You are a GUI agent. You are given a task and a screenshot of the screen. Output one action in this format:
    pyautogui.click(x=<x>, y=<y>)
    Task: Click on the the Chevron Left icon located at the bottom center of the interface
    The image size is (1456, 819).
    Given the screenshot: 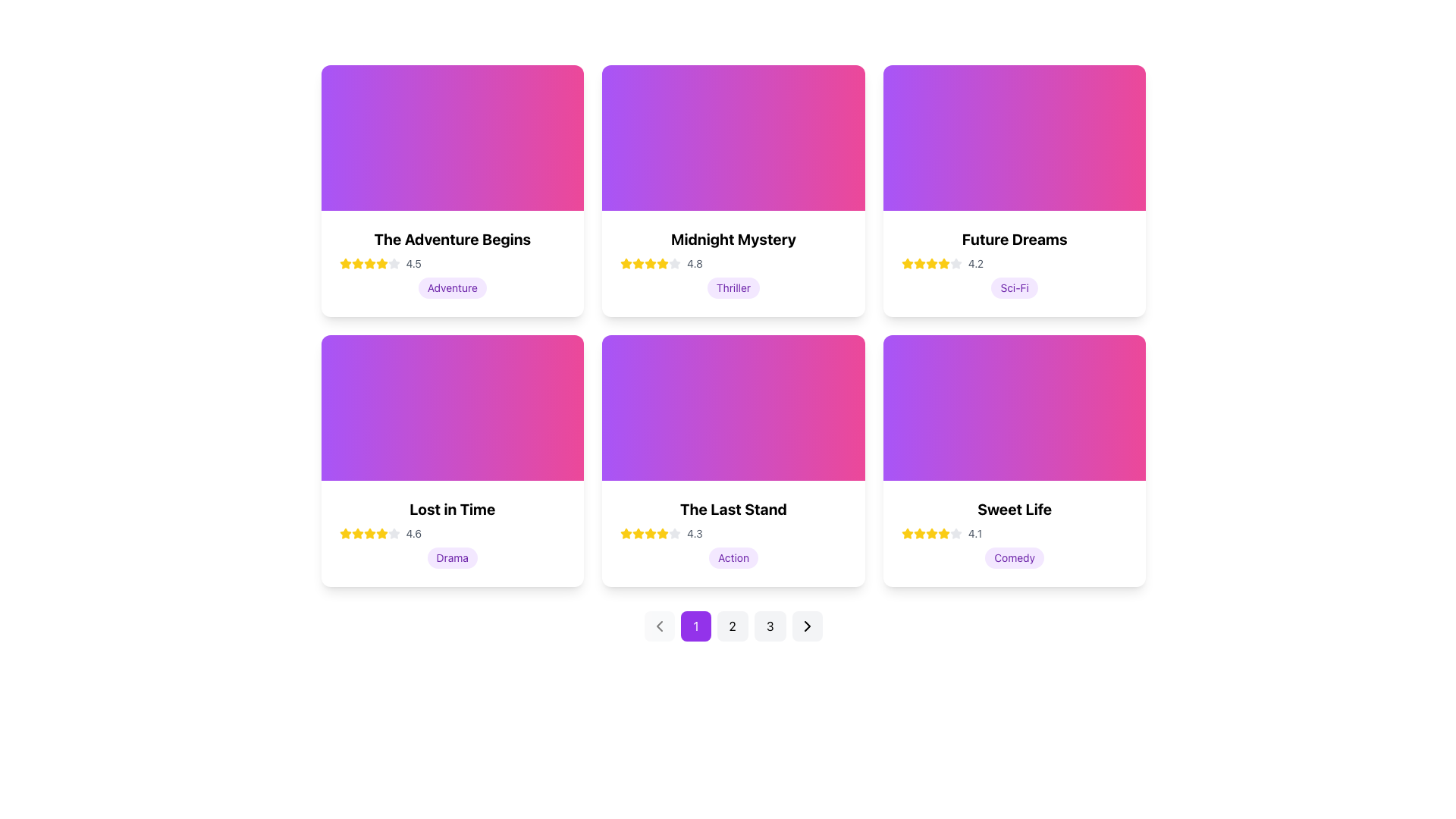 What is the action you would take?
    pyautogui.click(x=660, y=626)
    